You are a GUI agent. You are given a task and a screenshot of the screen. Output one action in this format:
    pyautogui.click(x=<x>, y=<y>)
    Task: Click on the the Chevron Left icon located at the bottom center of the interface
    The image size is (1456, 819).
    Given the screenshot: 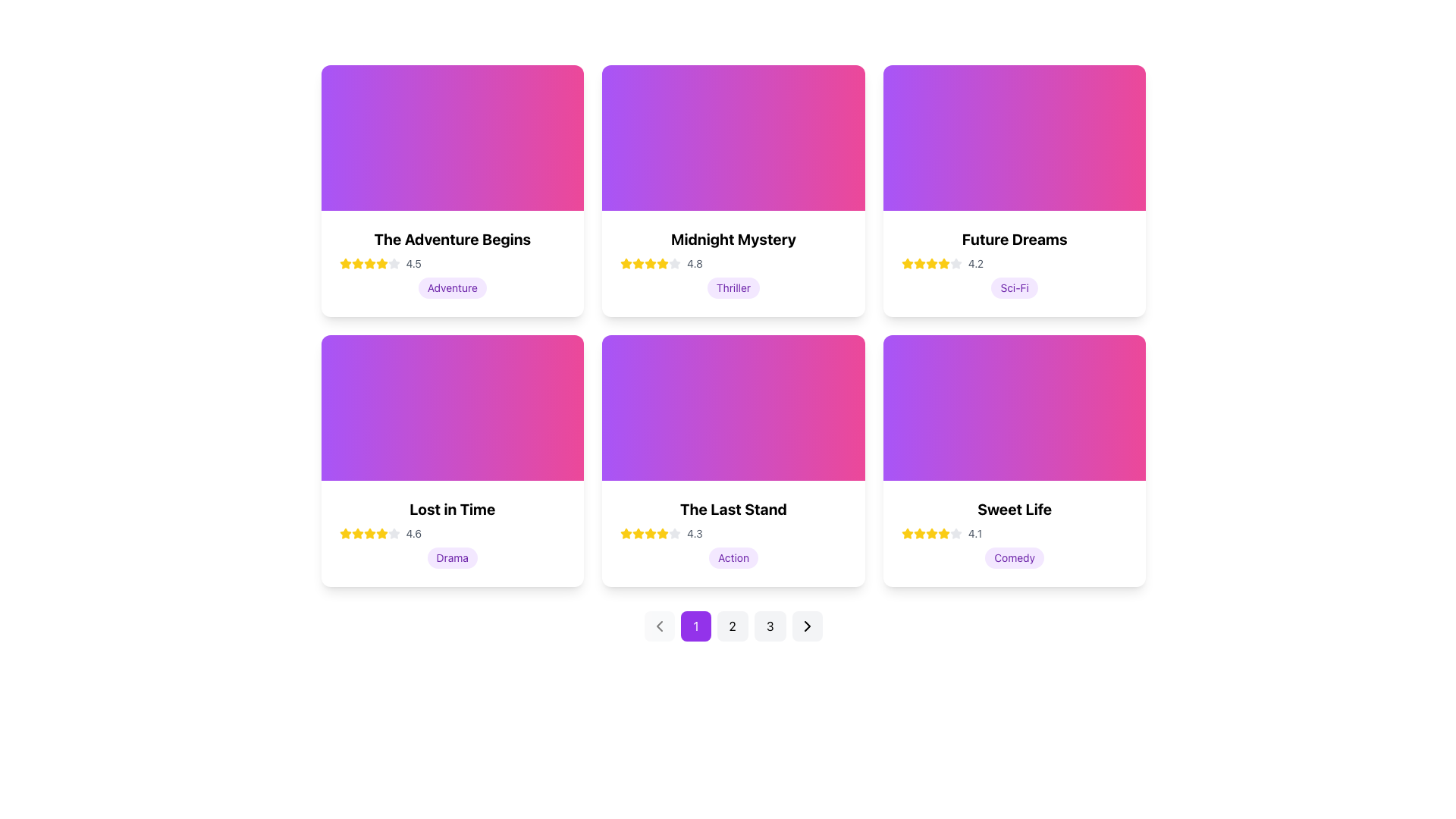 What is the action you would take?
    pyautogui.click(x=660, y=626)
    